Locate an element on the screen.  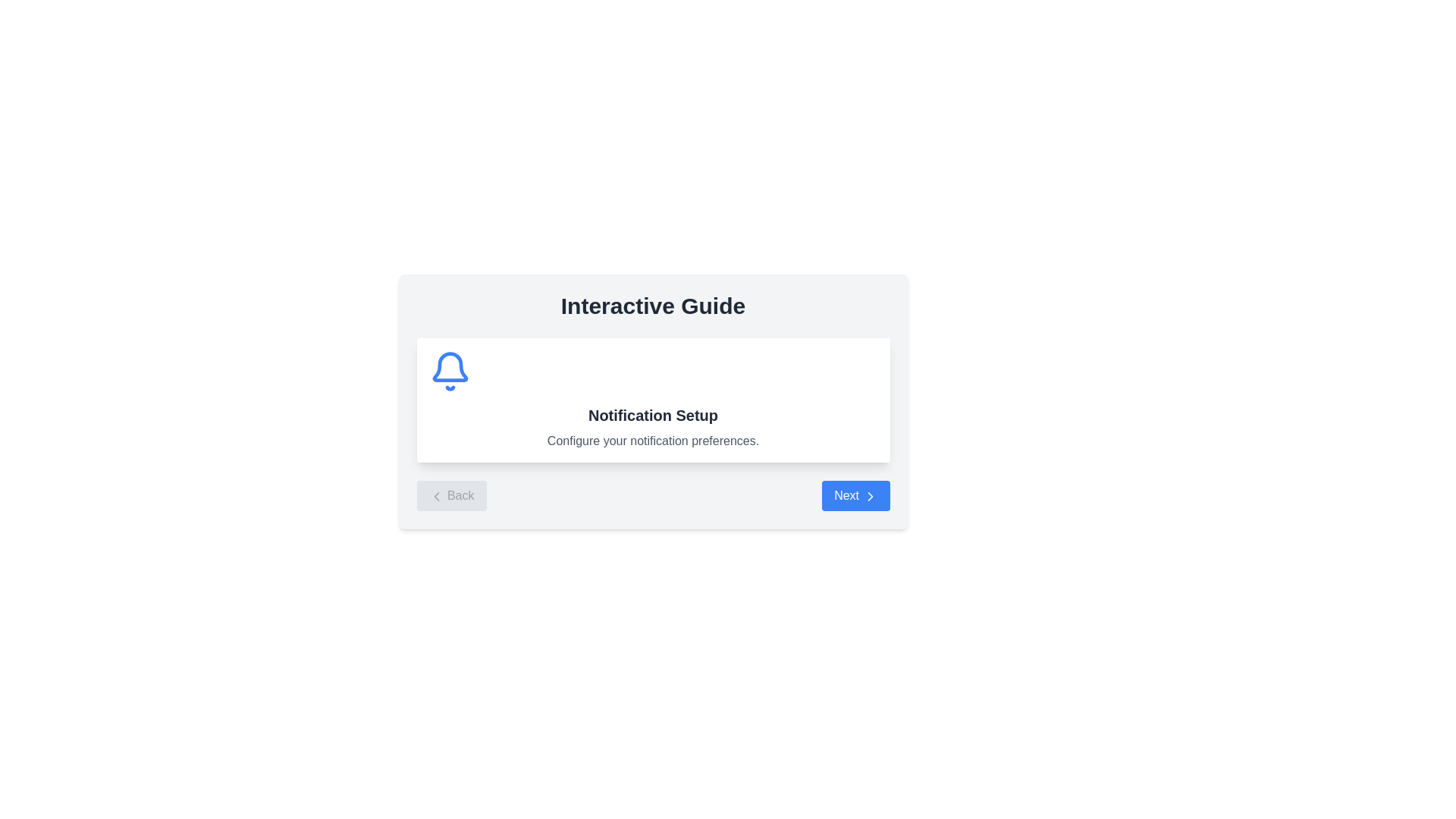
the forward navigation icon located inside the blue 'Next' button for visual feedback is located at coordinates (870, 496).